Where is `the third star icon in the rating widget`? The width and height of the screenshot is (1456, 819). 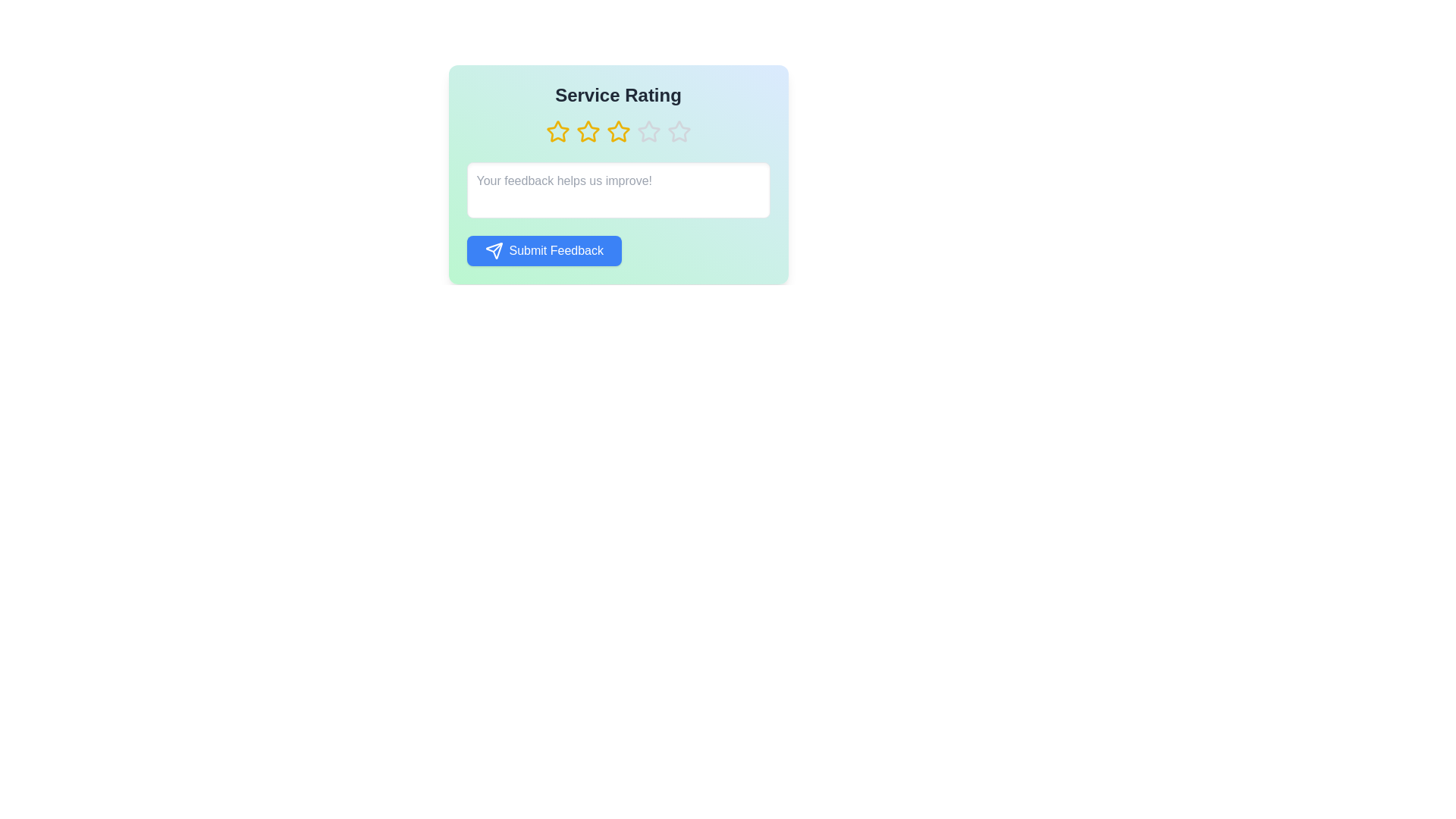
the third star icon in the rating widget is located at coordinates (587, 130).